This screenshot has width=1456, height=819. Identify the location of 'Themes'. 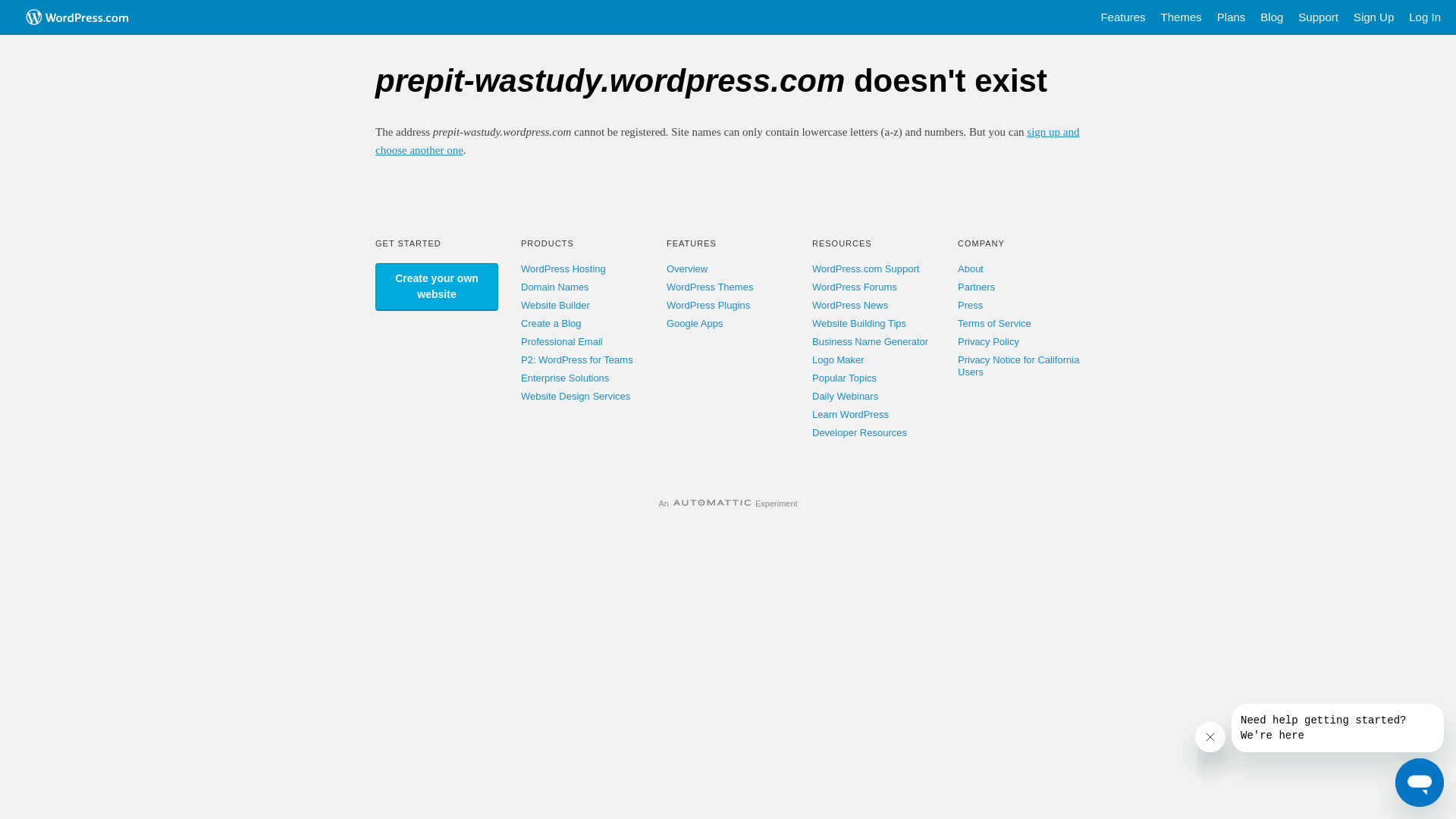
(1181, 17).